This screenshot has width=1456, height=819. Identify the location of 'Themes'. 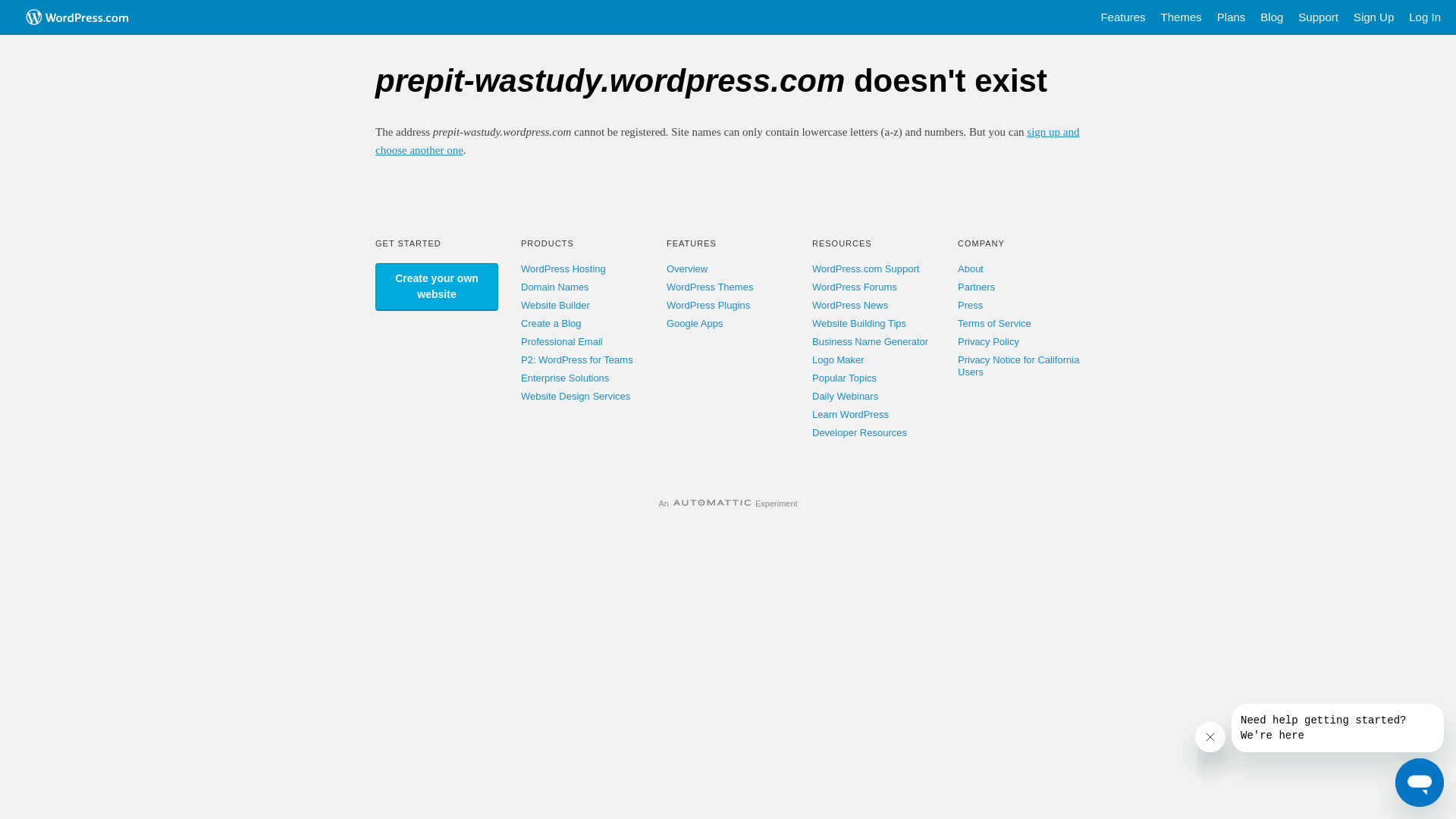
(1181, 17).